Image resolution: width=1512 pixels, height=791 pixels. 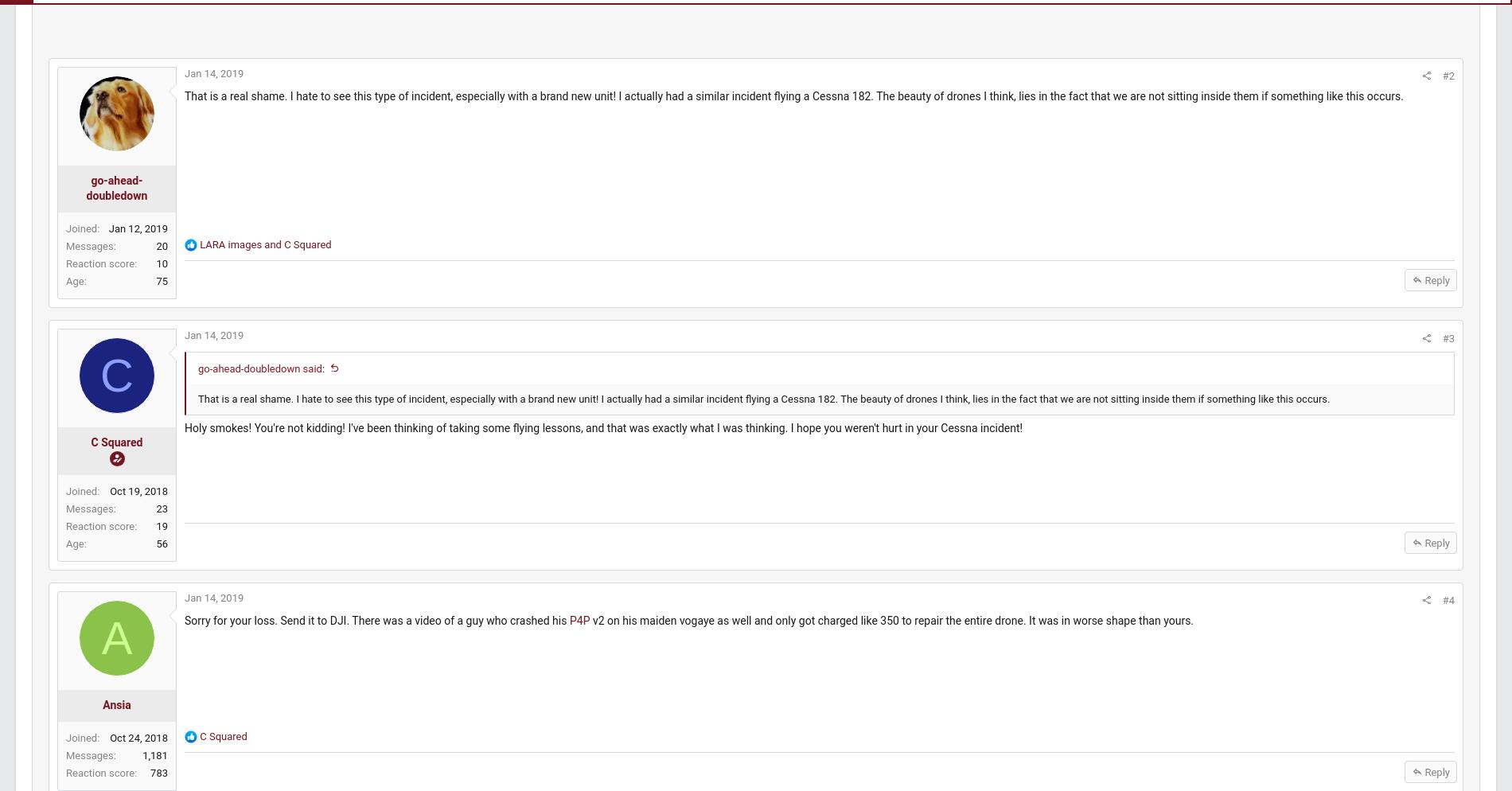 I want to click on '56', so click(x=198, y=558).